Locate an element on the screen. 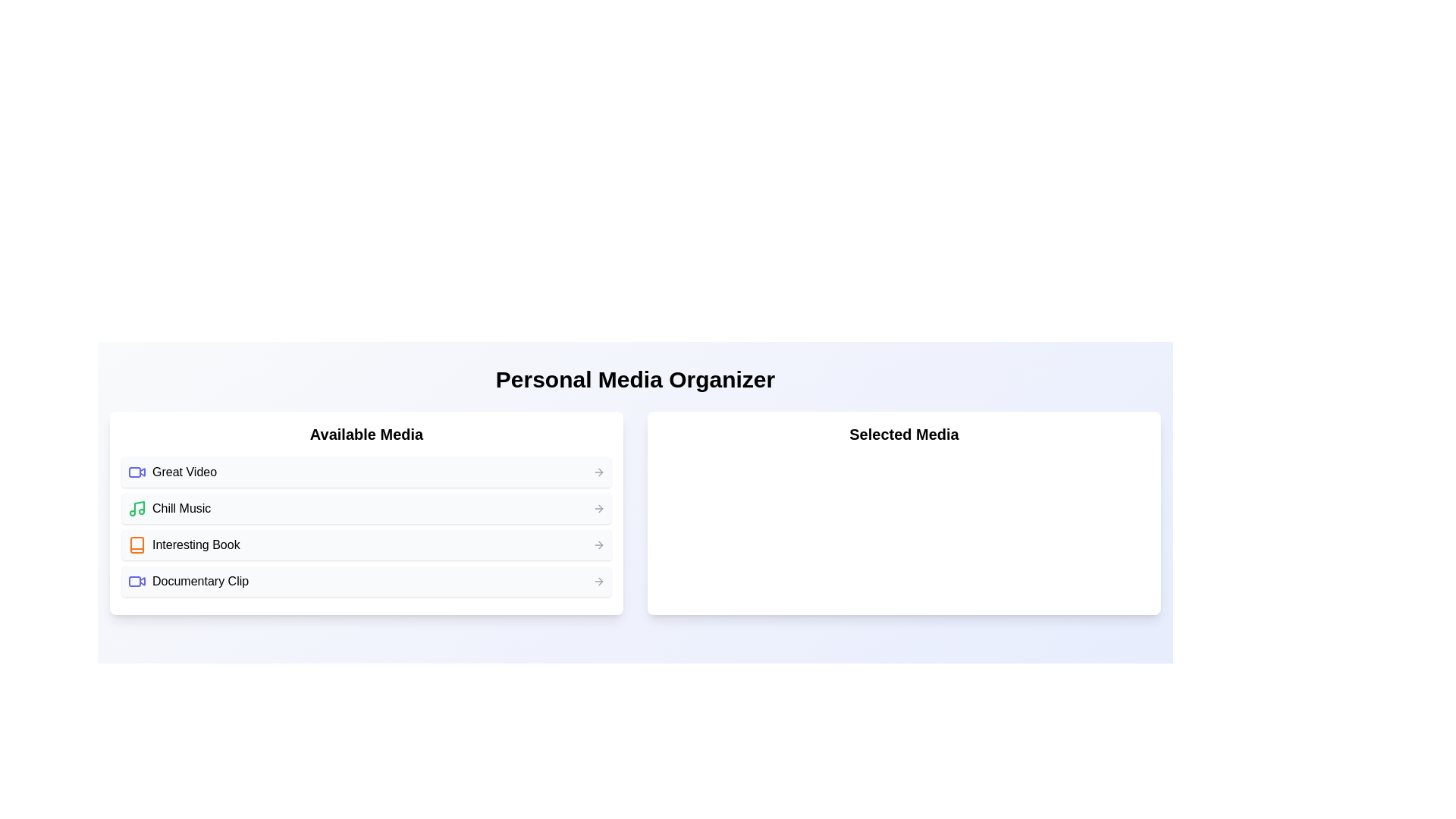  the list item titled 'Interesting Book' in the 'Available Media' list, which contains an icon and is the third entry in the list is located at coordinates (183, 544).